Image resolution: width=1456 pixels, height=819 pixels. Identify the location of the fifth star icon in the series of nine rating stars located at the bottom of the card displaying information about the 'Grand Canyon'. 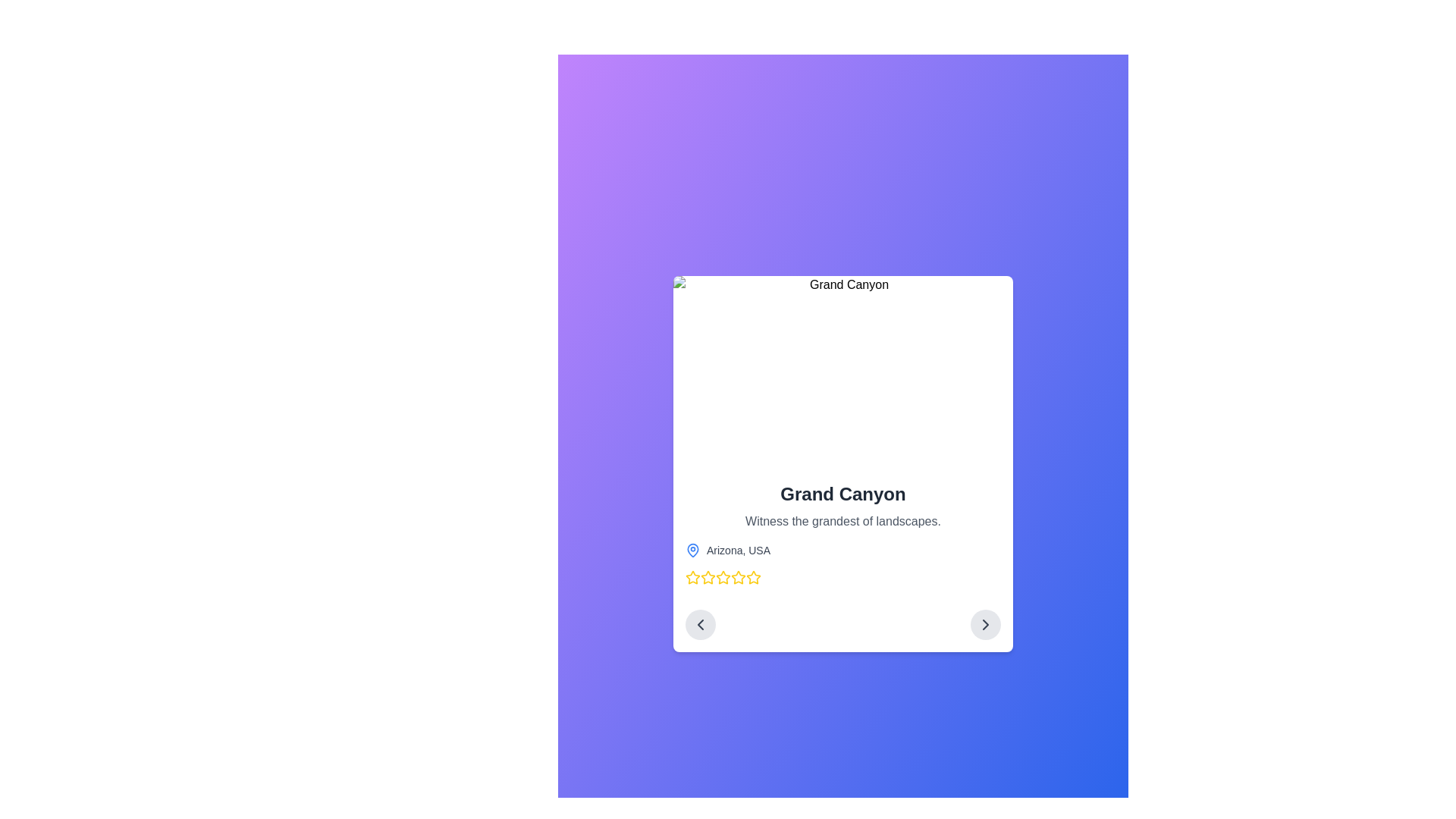
(753, 578).